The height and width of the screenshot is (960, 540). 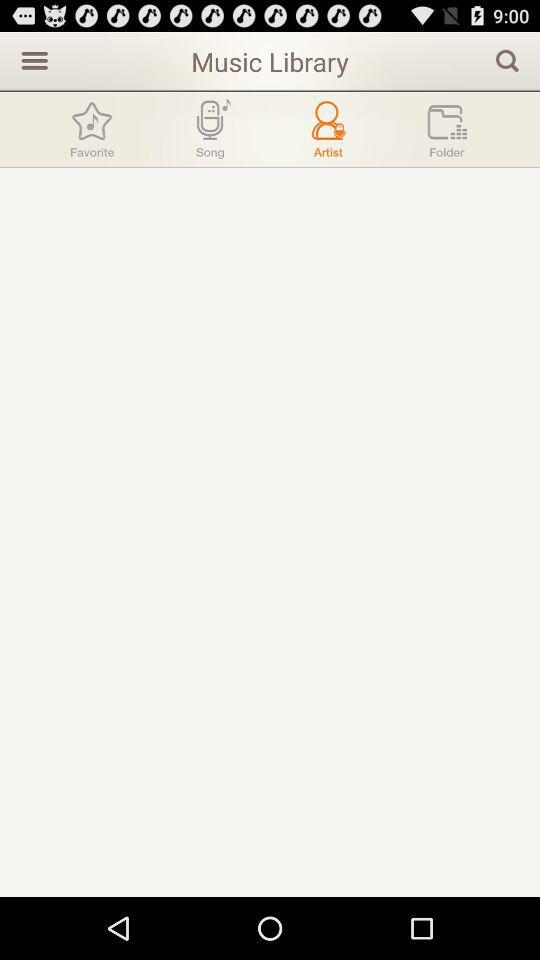 What do you see at coordinates (328, 128) in the screenshot?
I see `artist menu` at bounding box center [328, 128].